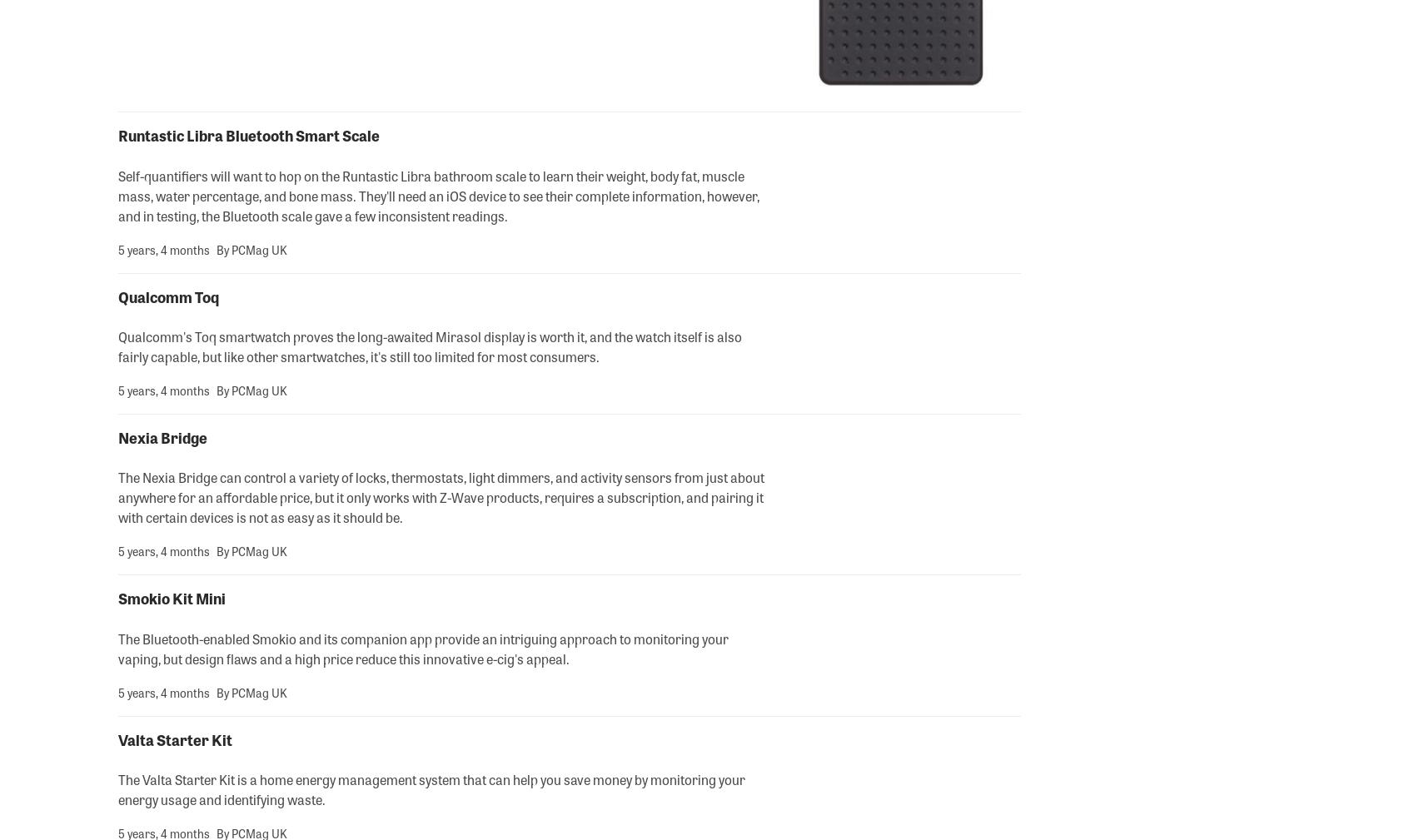  What do you see at coordinates (247, 134) in the screenshot?
I see `'Runtastic Libra Bluetooth Smart Scale'` at bounding box center [247, 134].